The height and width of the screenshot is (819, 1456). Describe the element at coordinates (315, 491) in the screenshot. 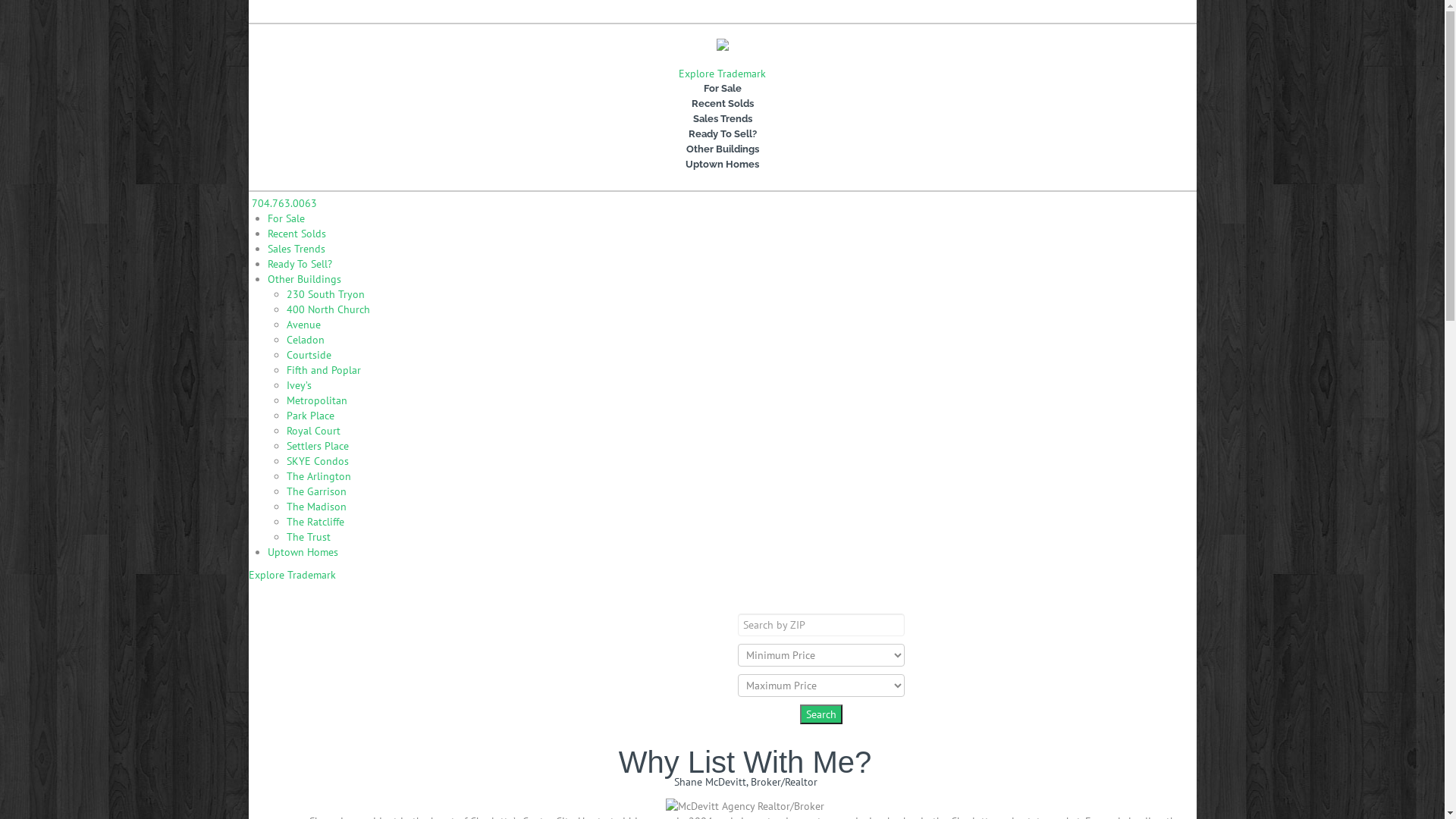

I see `'The Garrison'` at that location.